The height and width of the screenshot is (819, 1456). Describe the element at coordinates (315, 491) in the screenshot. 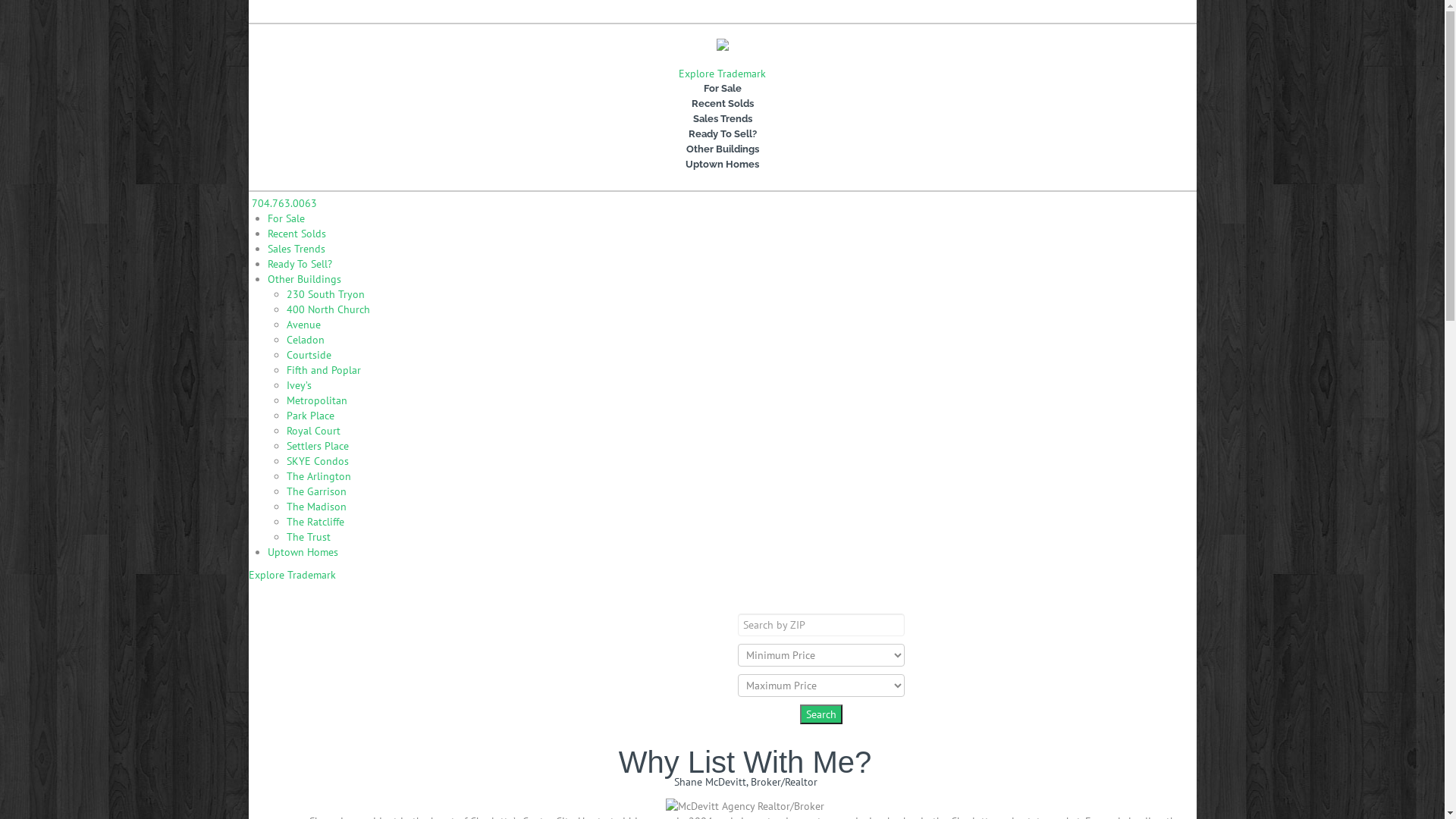

I see `'The Garrison'` at that location.